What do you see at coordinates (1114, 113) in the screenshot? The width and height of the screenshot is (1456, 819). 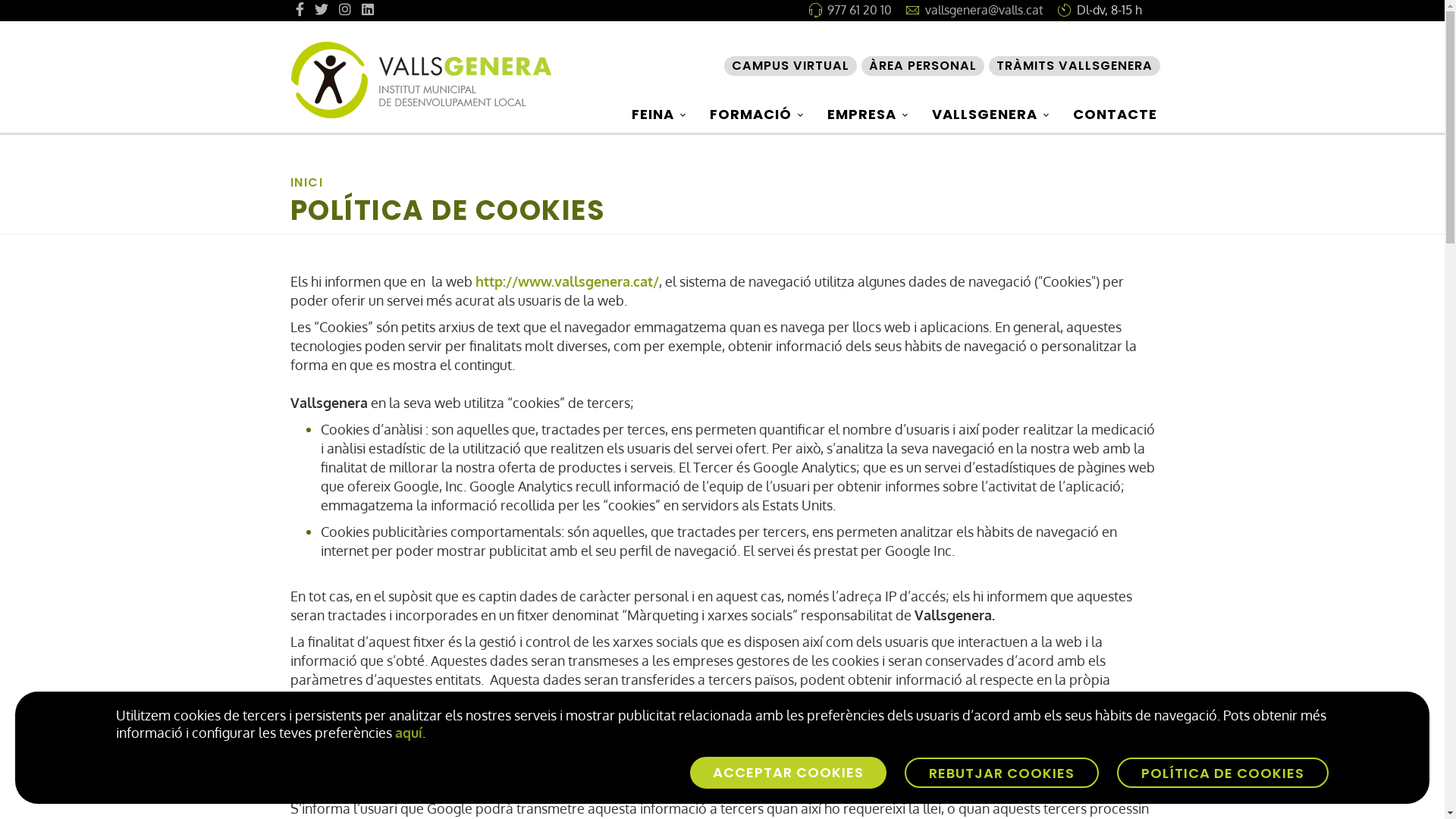 I see `'CONTACTE'` at bounding box center [1114, 113].